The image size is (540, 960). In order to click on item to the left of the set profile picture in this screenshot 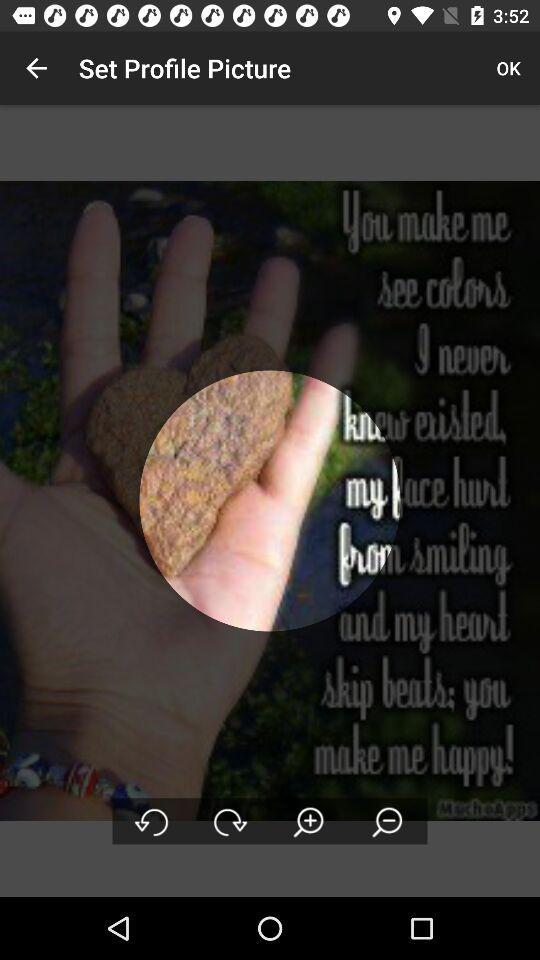, I will do `click(36, 68)`.